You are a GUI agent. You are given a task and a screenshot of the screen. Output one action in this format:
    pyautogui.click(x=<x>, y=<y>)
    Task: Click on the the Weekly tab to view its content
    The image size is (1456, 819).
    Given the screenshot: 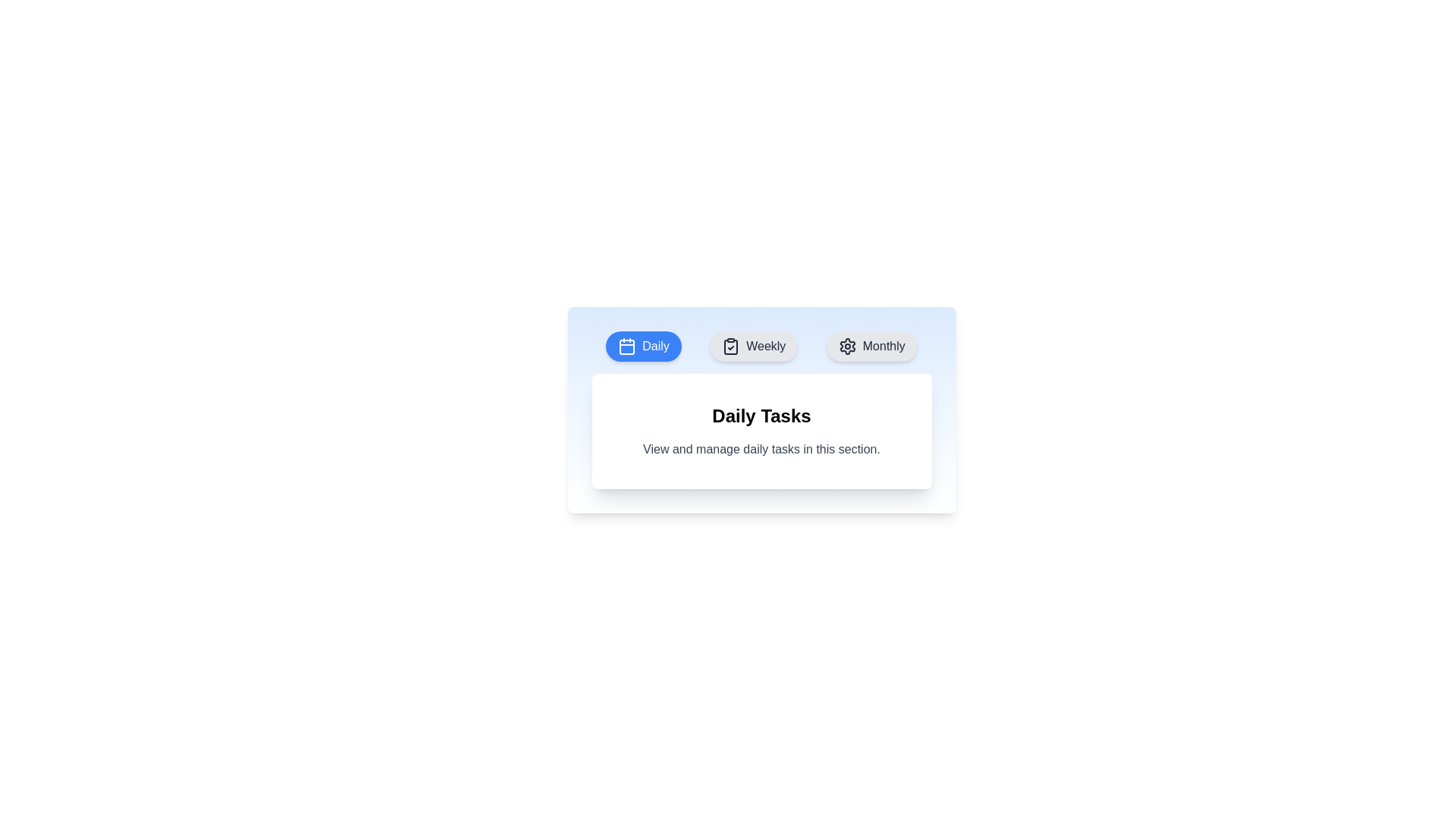 What is the action you would take?
    pyautogui.click(x=754, y=346)
    